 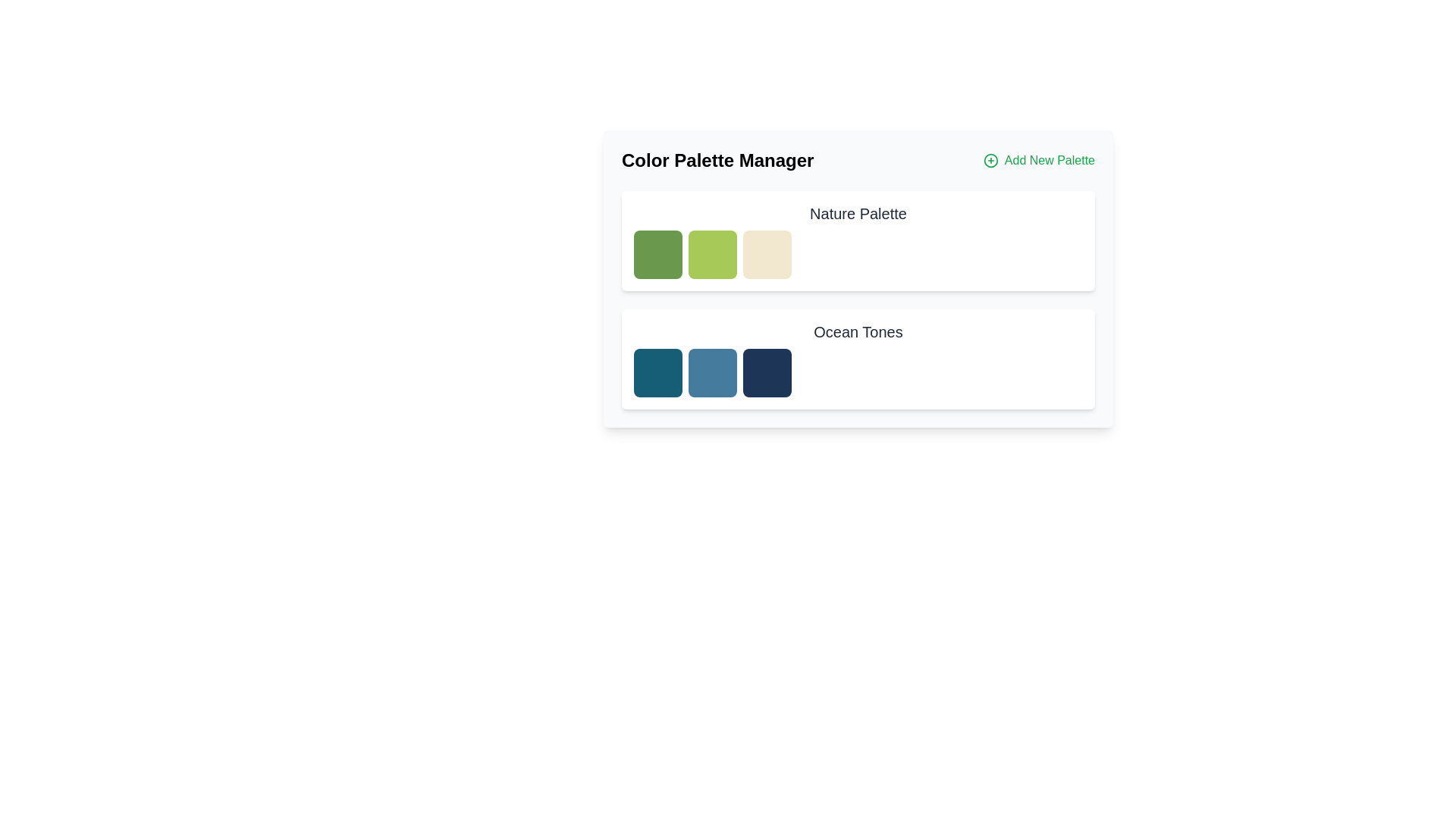 What do you see at coordinates (990, 161) in the screenshot?
I see `the circular SVG icon with a plus sign in its center, part of the 'Add New Palette' button located at the top-right corner of the main interface, to interact with its functionality` at bounding box center [990, 161].